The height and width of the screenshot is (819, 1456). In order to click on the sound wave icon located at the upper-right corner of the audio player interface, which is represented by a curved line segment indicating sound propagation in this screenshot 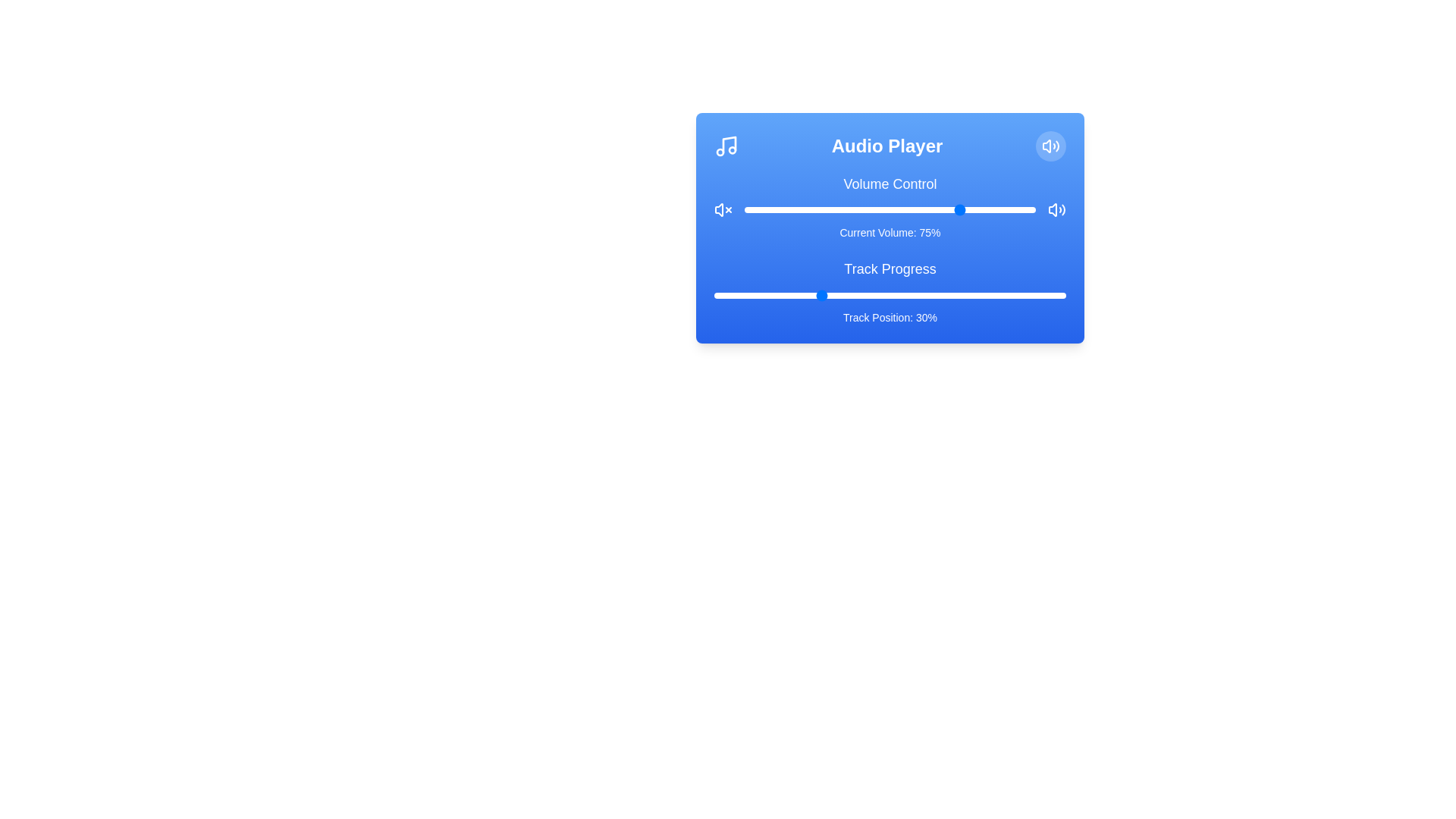, I will do `click(1062, 210)`.